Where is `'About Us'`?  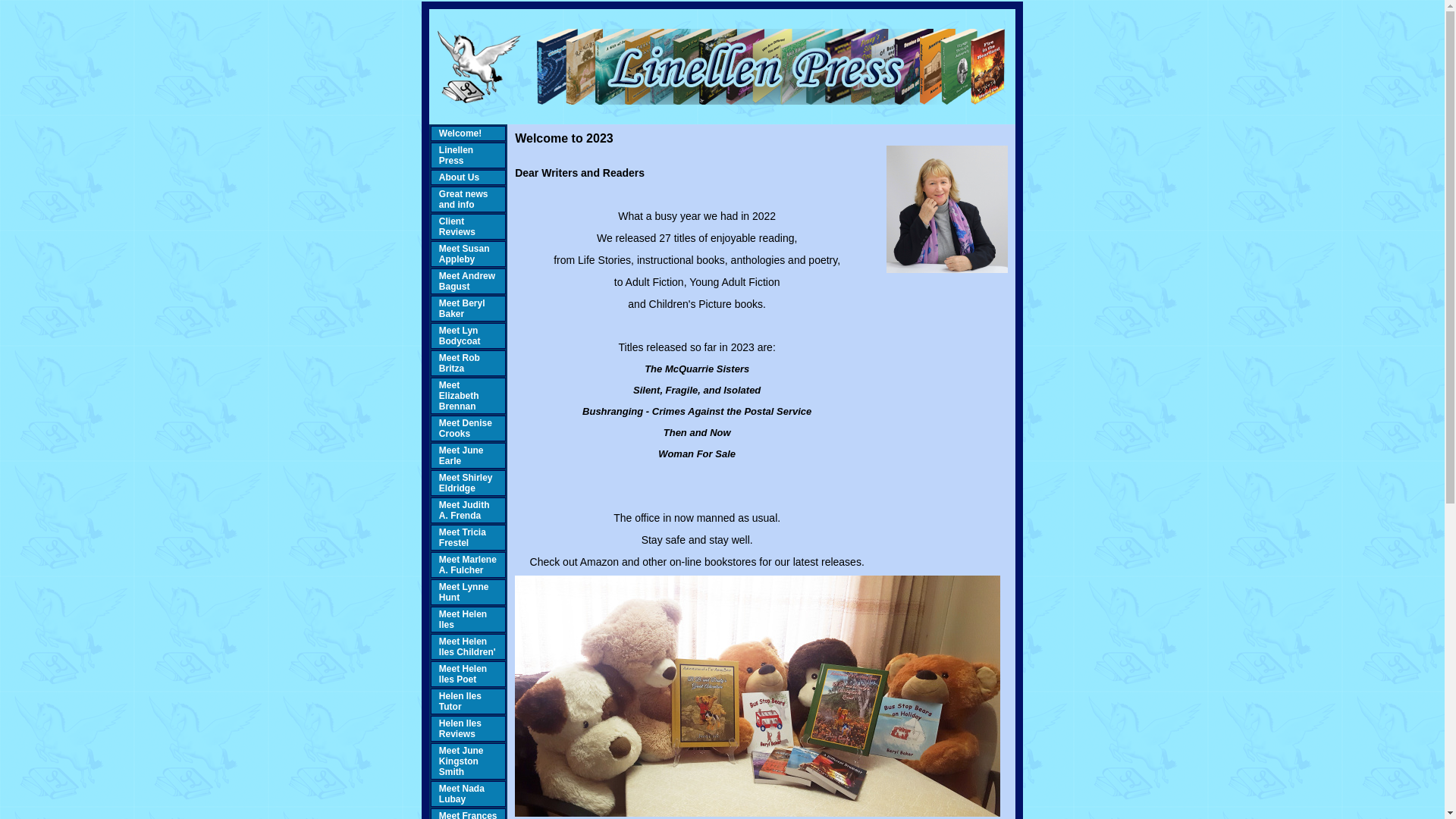
'About Us' is located at coordinates (438, 177).